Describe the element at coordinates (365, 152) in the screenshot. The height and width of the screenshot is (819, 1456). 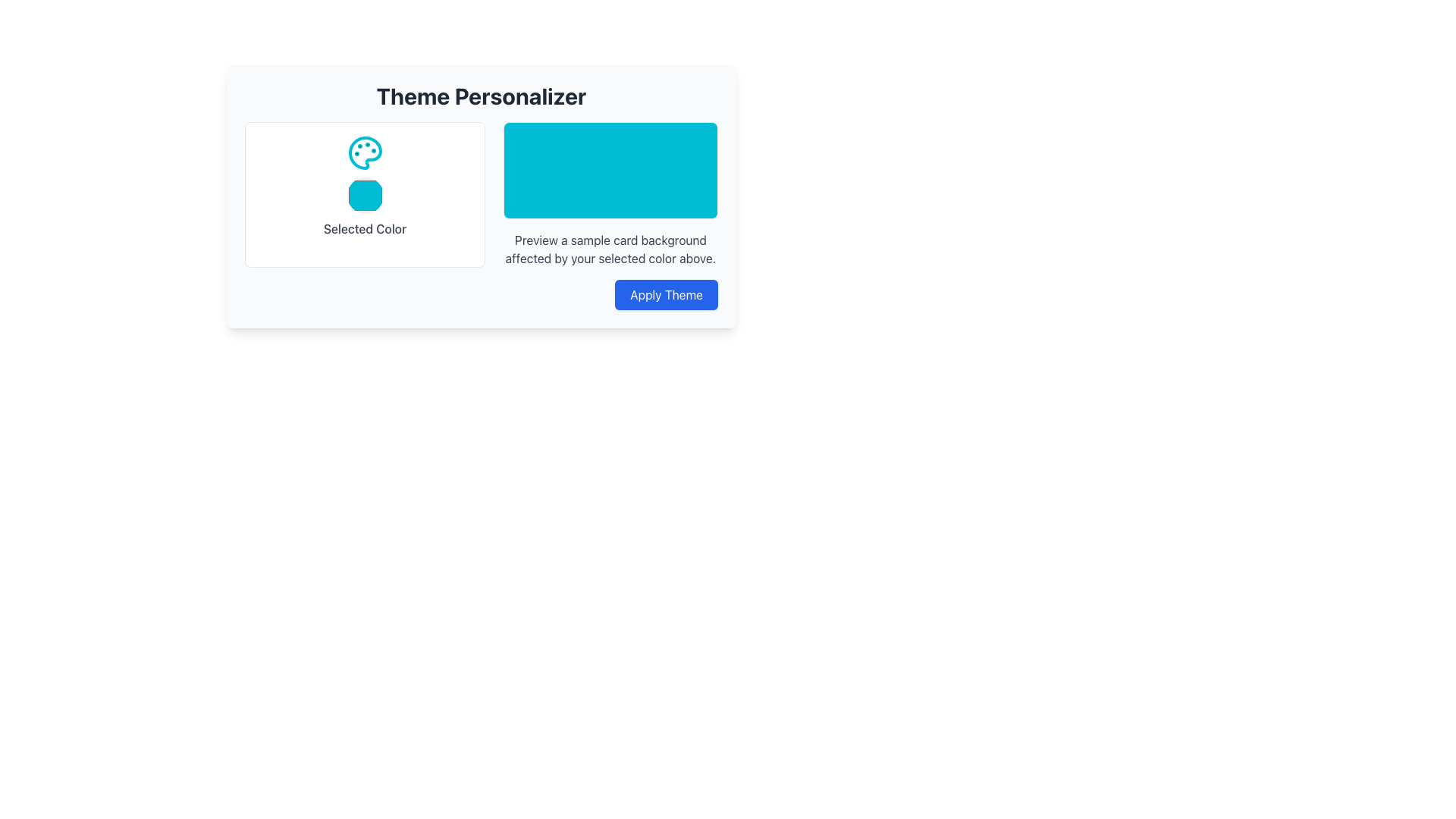
I see `the color selection icon located in the 'Selected Color' section of the card, positioned near the top left corner above the color representation circle` at that location.